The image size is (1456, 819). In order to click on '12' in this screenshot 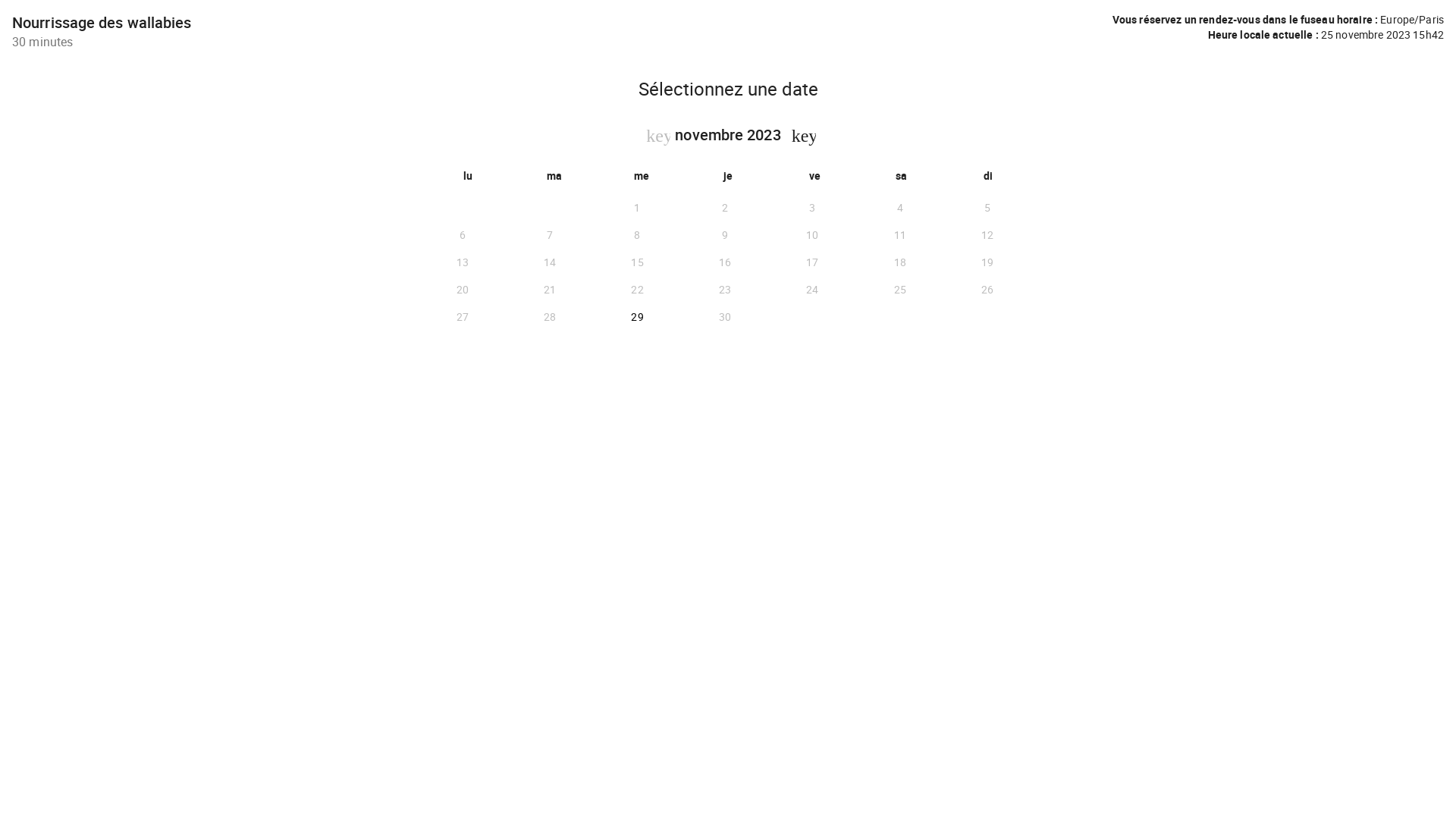, I will do `click(987, 234)`.